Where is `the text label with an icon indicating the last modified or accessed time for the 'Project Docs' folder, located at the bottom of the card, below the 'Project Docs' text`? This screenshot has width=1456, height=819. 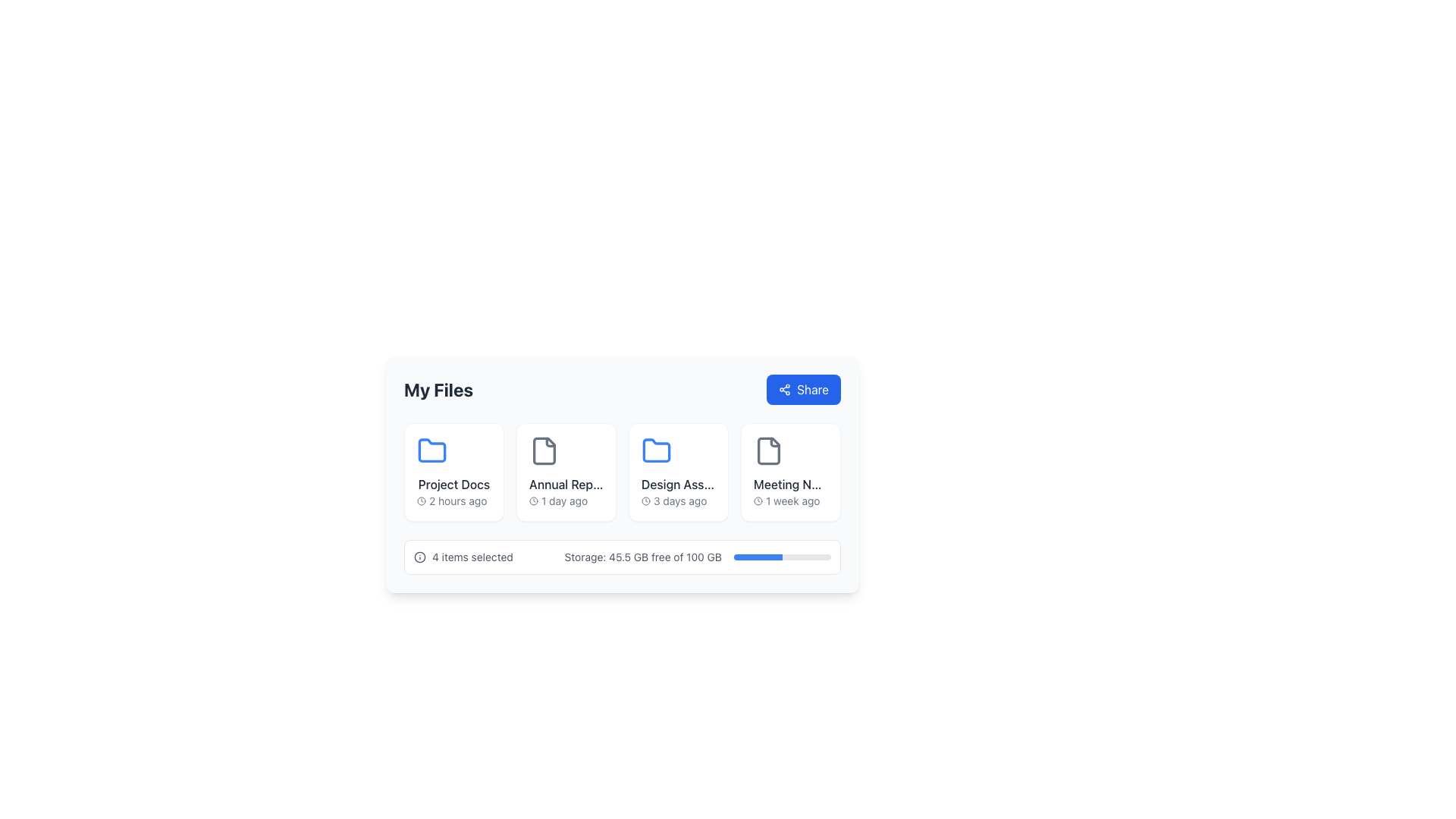
the text label with an icon indicating the last modified or accessed time for the 'Project Docs' folder, located at the bottom of the card, below the 'Project Docs' text is located at coordinates (453, 500).